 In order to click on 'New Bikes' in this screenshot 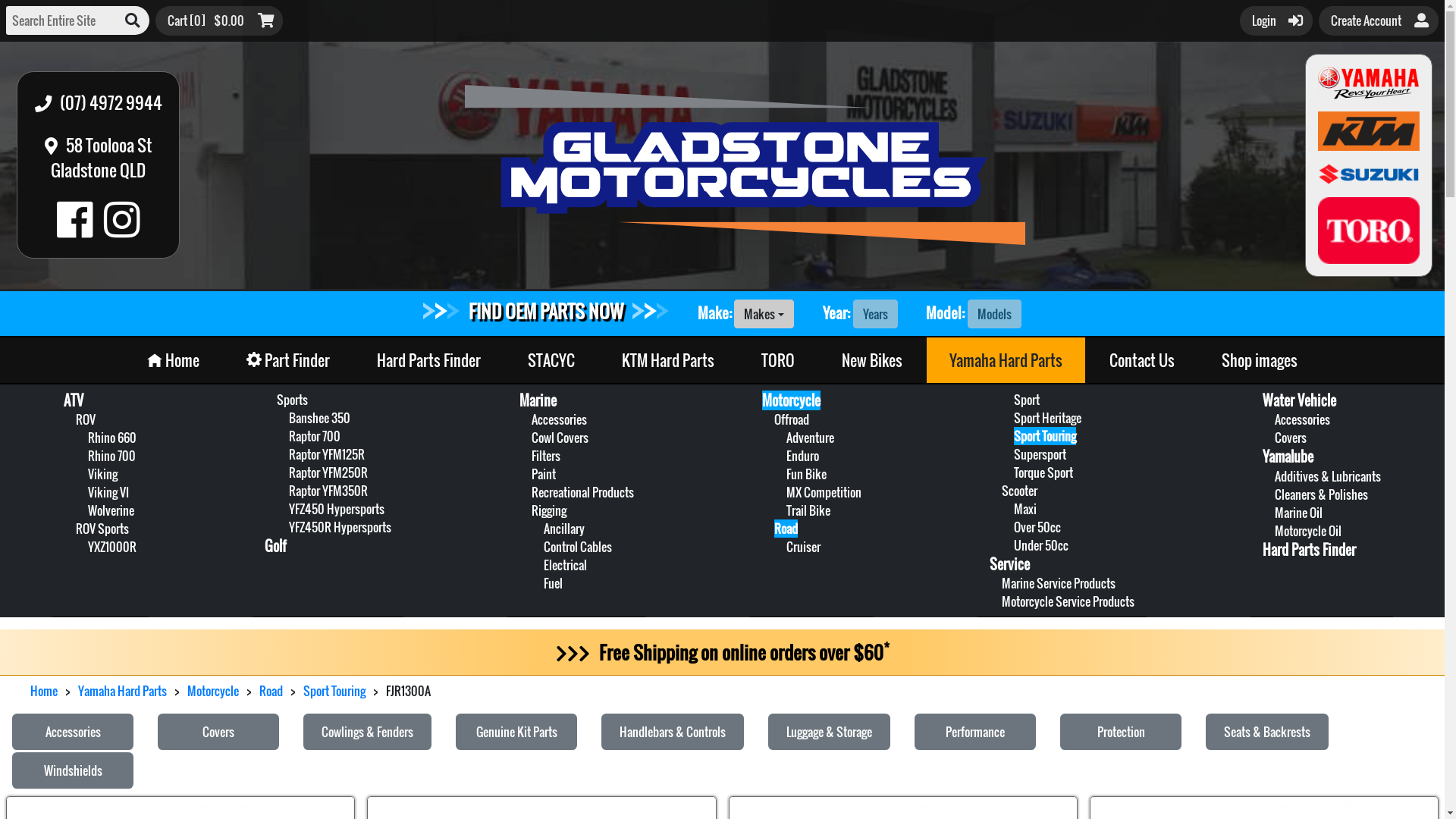, I will do `click(872, 359)`.